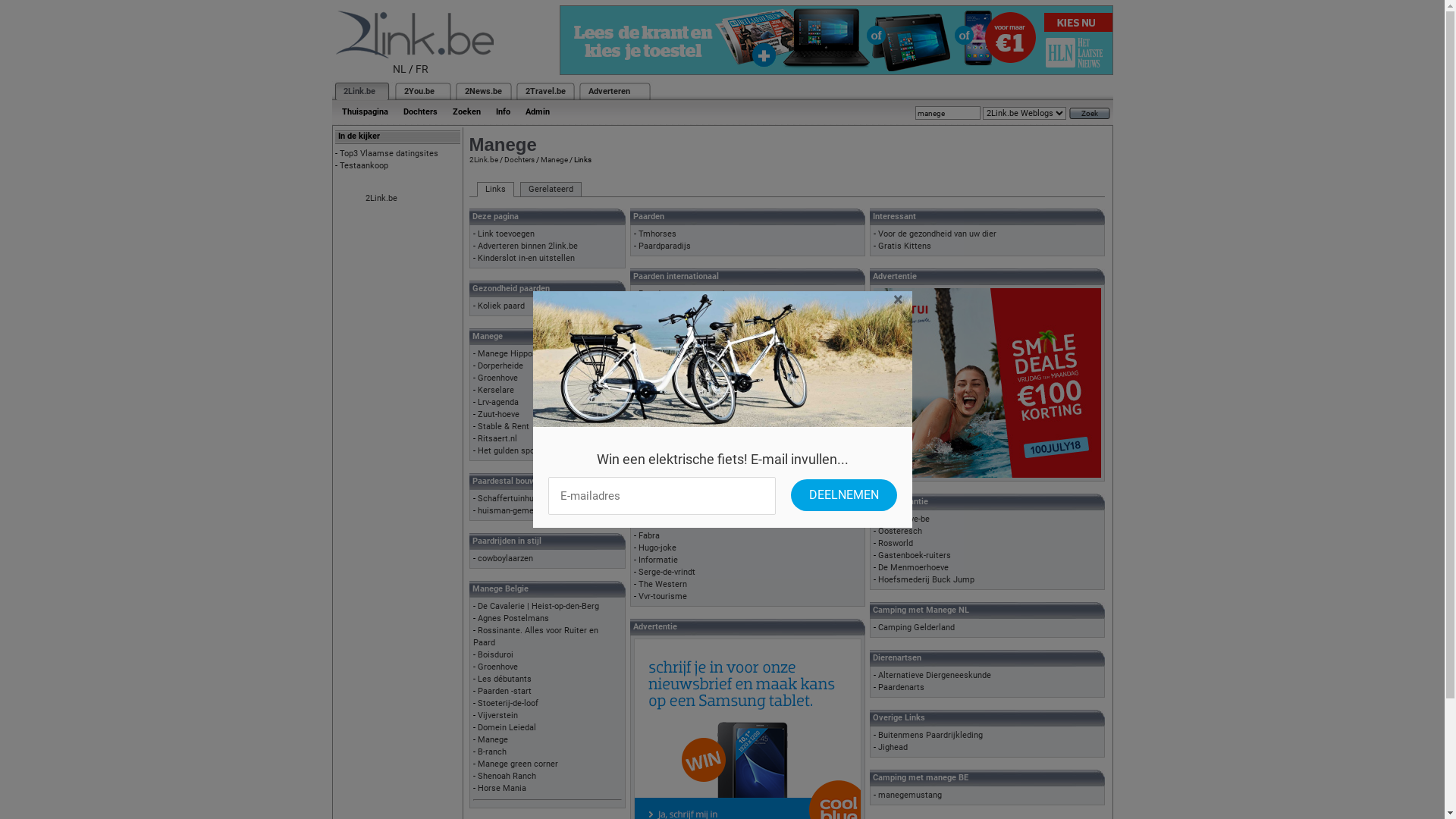 The height and width of the screenshot is (819, 1456). I want to click on 'Vielseitigkeitsreiten', so click(638, 402).